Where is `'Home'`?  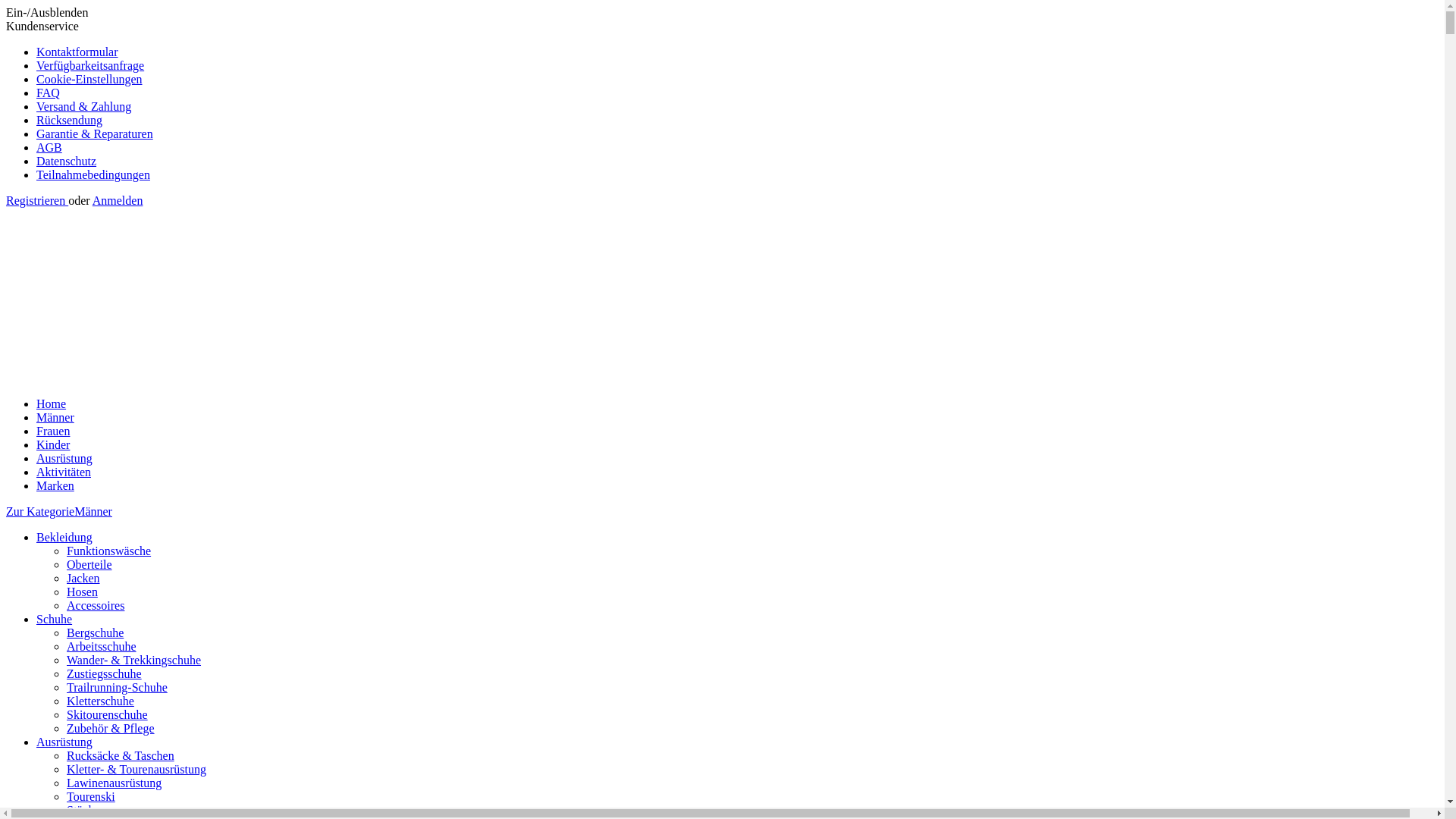
'Home' is located at coordinates (36, 403).